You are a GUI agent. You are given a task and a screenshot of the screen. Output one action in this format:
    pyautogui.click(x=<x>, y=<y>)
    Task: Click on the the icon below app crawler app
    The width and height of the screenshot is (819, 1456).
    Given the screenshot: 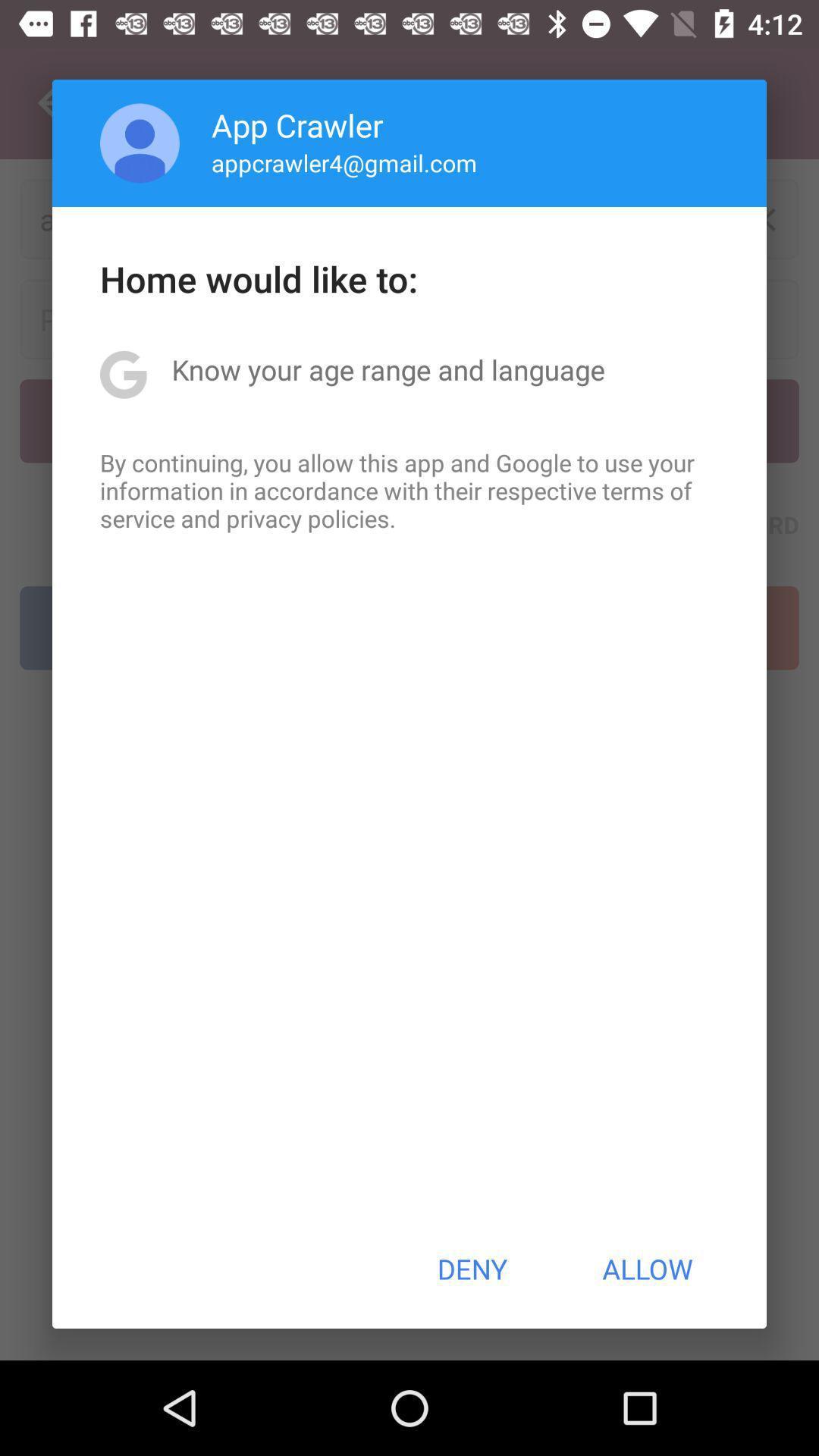 What is the action you would take?
    pyautogui.click(x=344, y=162)
    